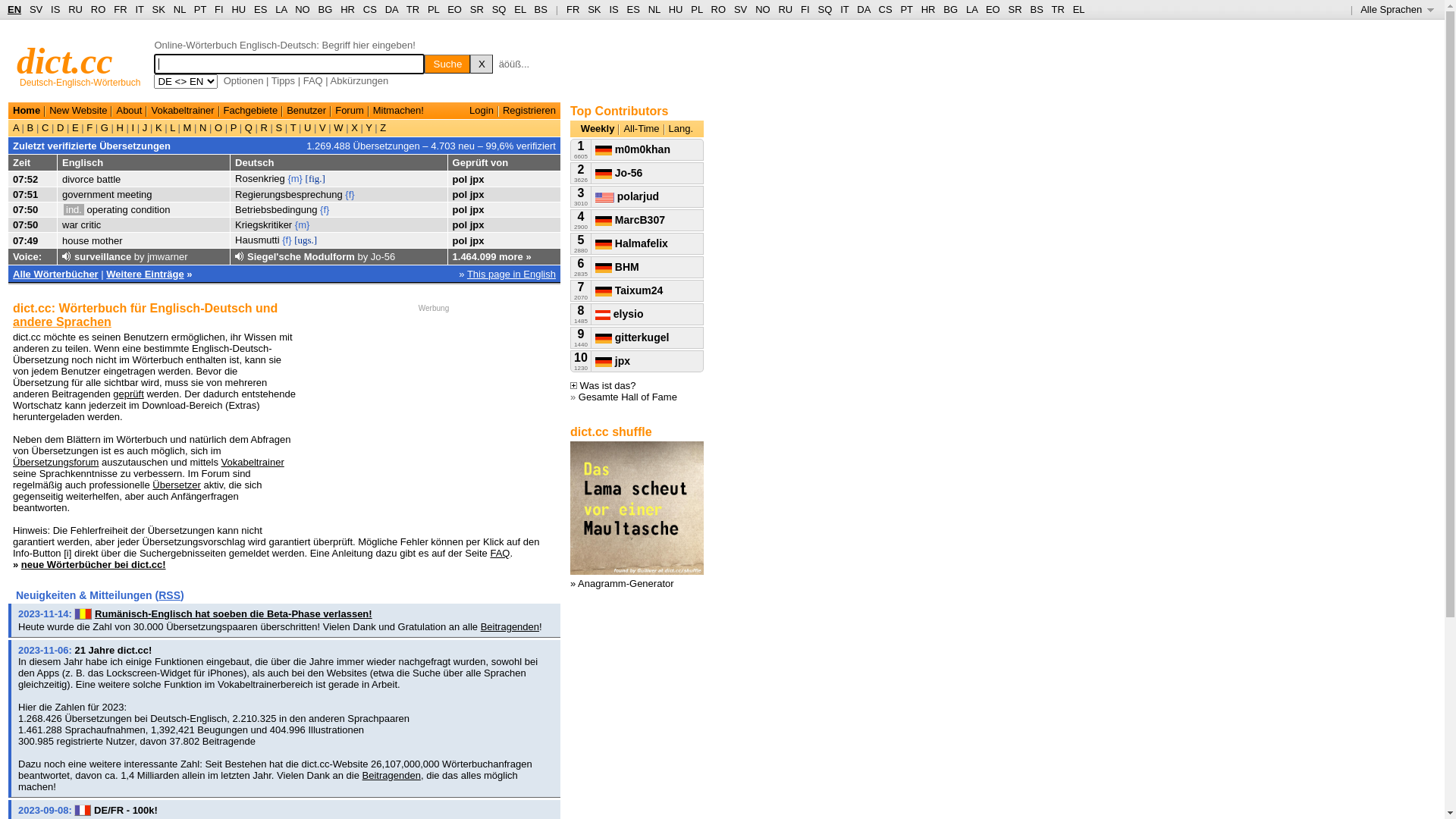  Describe the element at coordinates (459, 224) in the screenshot. I see `'pol'` at that location.